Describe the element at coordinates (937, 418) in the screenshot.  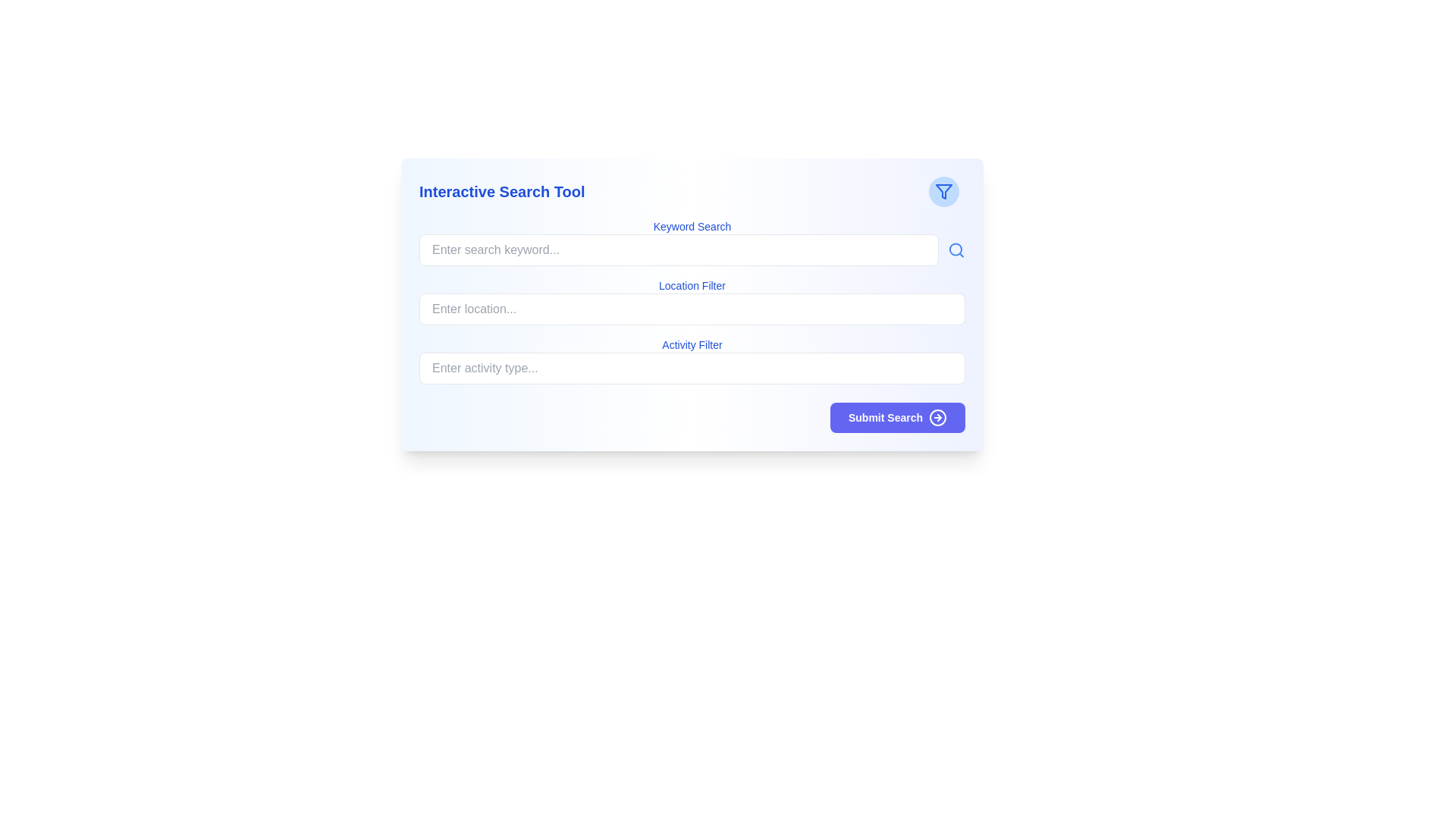
I see `the circular icon with a right-pointing arrow, which is located at the right edge of the 'Submit Search' button, following the label text 'Submit Search'` at that location.